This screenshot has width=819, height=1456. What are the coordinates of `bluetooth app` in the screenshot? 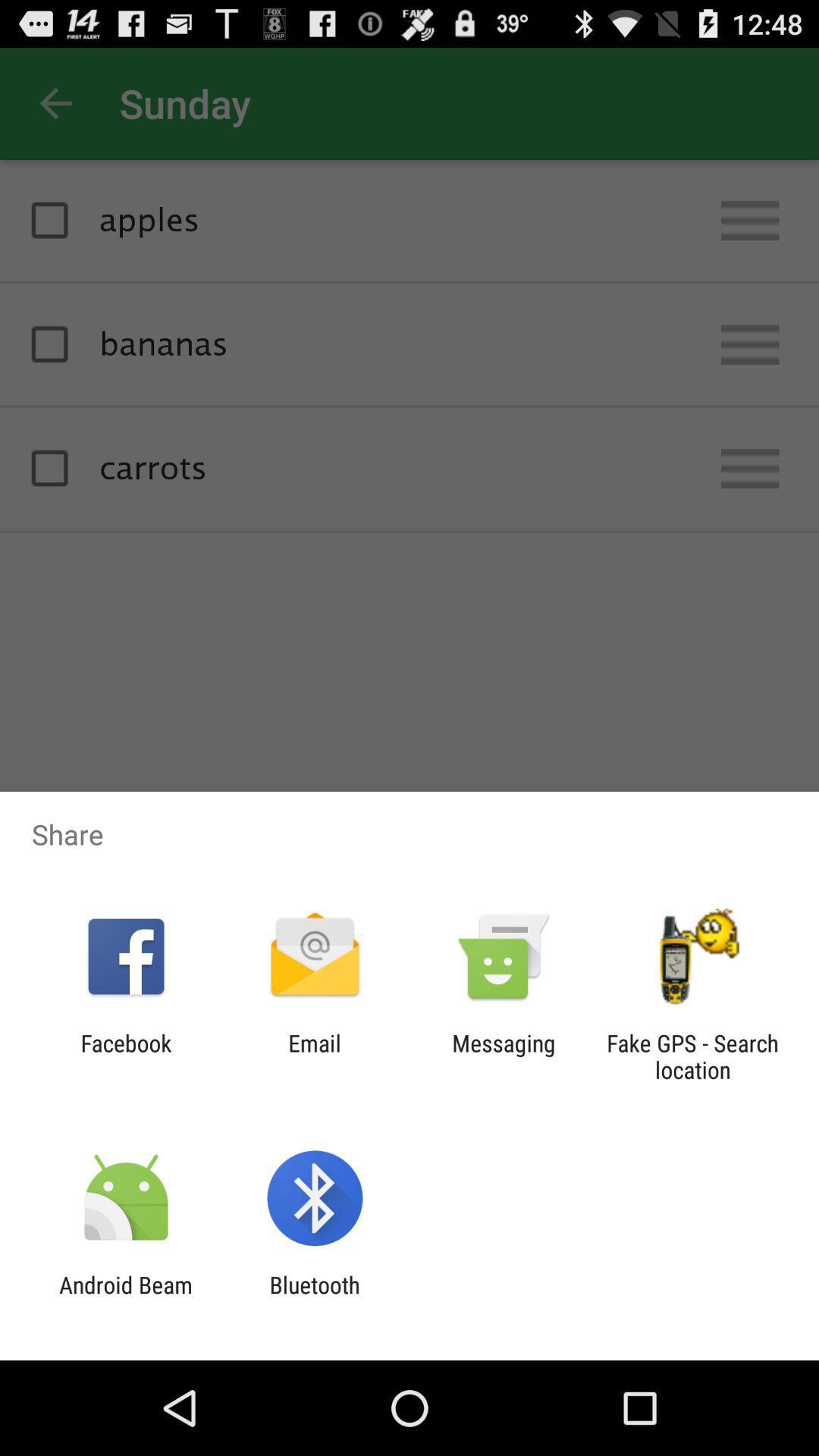 It's located at (314, 1298).